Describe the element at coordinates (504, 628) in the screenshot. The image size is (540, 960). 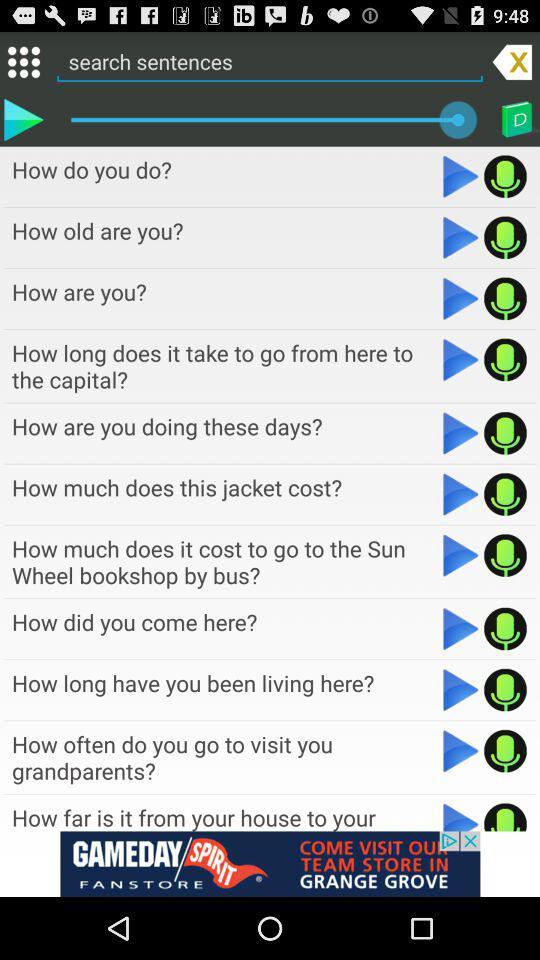
I see `record` at that location.